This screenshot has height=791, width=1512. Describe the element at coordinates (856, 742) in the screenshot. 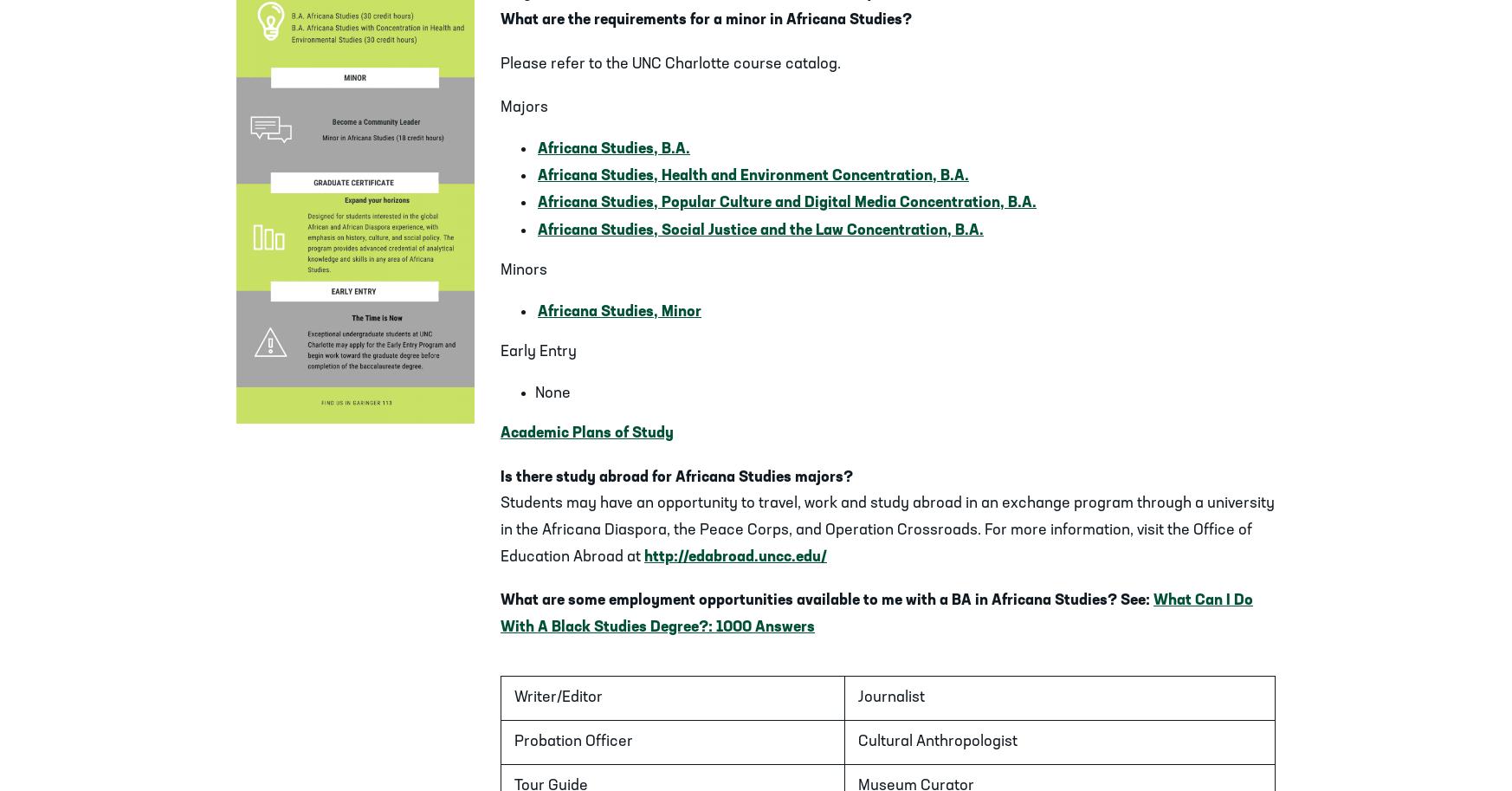

I see `'Cultural Anthropologist'` at that location.